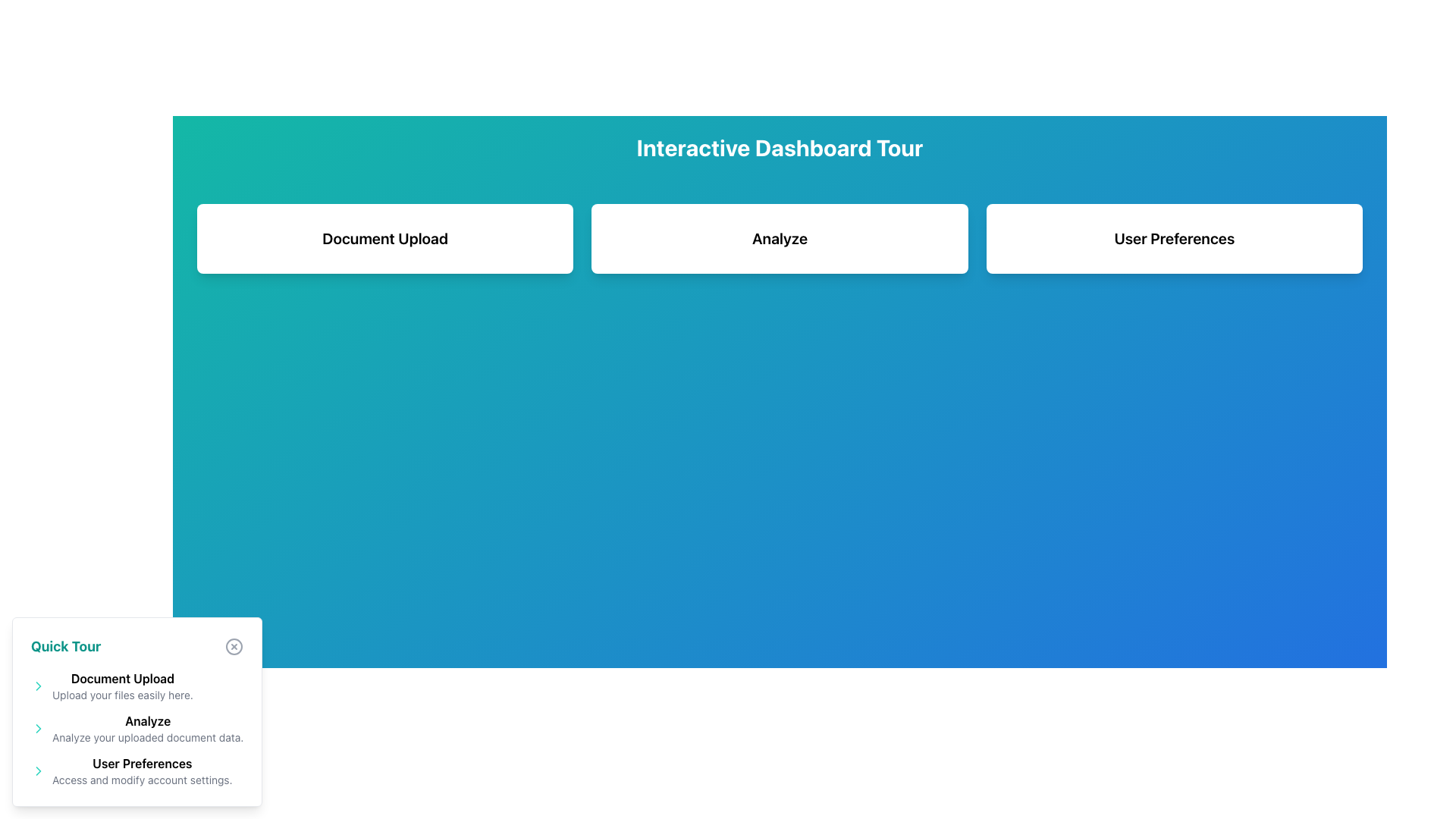 This screenshot has height=819, width=1456. What do you see at coordinates (137, 686) in the screenshot?
I see `the first clickable list item in the 'Quick Tour' card located in the bottom left corner of the interface` at bounding box center [137, 686].